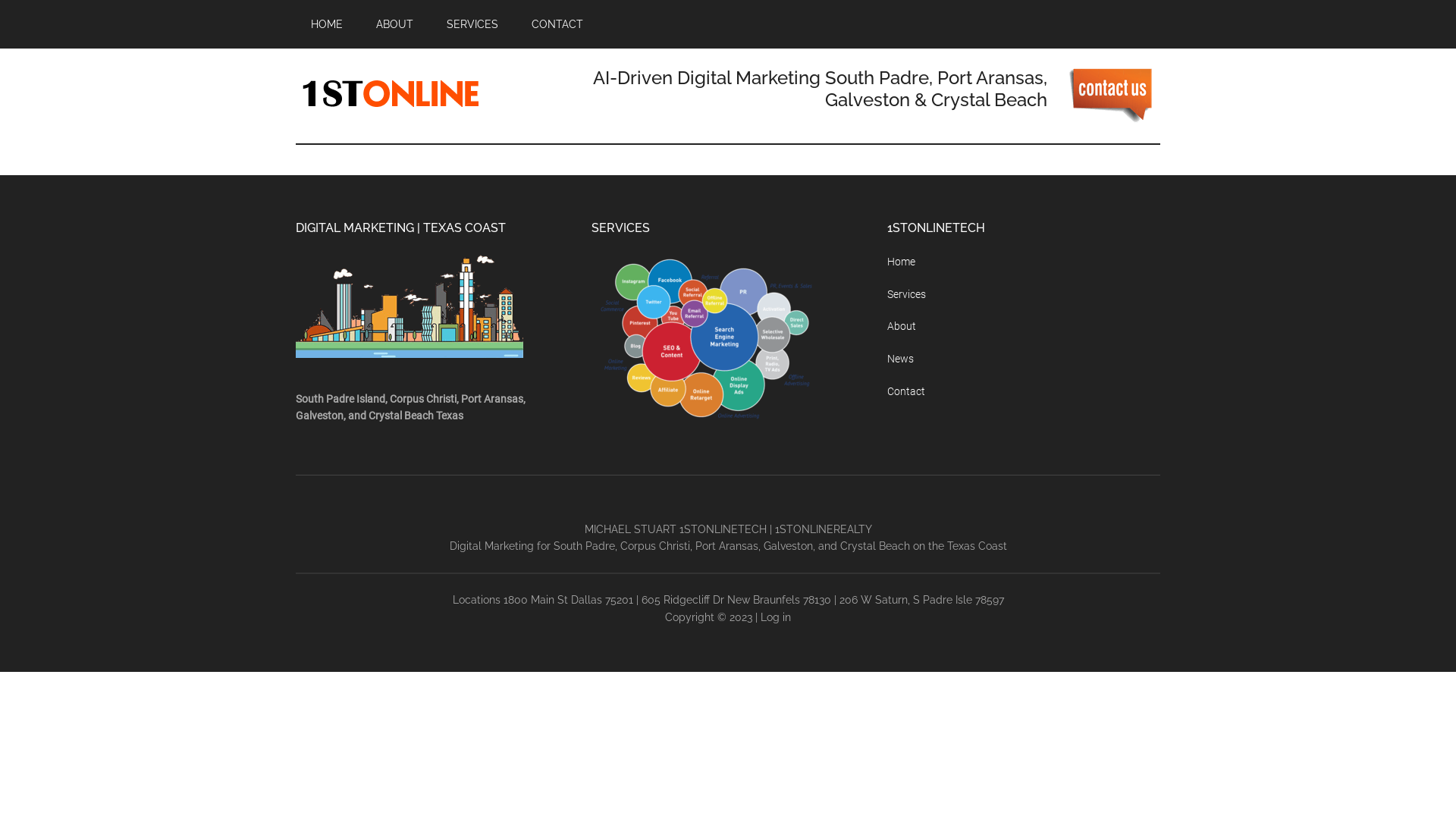 This screenshot has height=819, width=1456. What do you see at coordinates (431, 24) in the screenshot?
I see `'SERVICES'` at bounding box center [431, 24].